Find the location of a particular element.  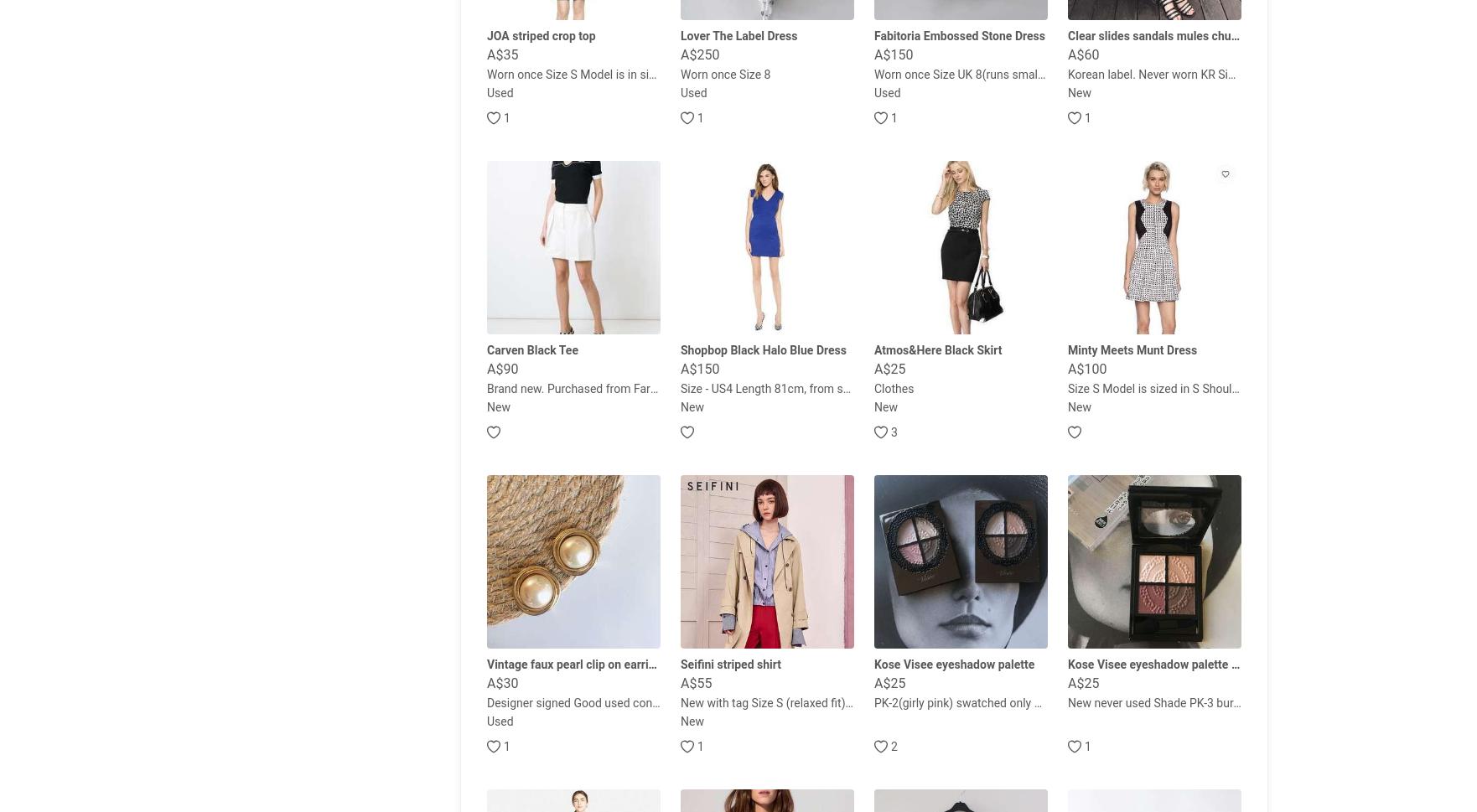

'PK-2(girly pink) swatched only BR-1(gold brown) gently used, sponge brush missing  Buy together for $25  No box' is located at coordinates (1164, 701).